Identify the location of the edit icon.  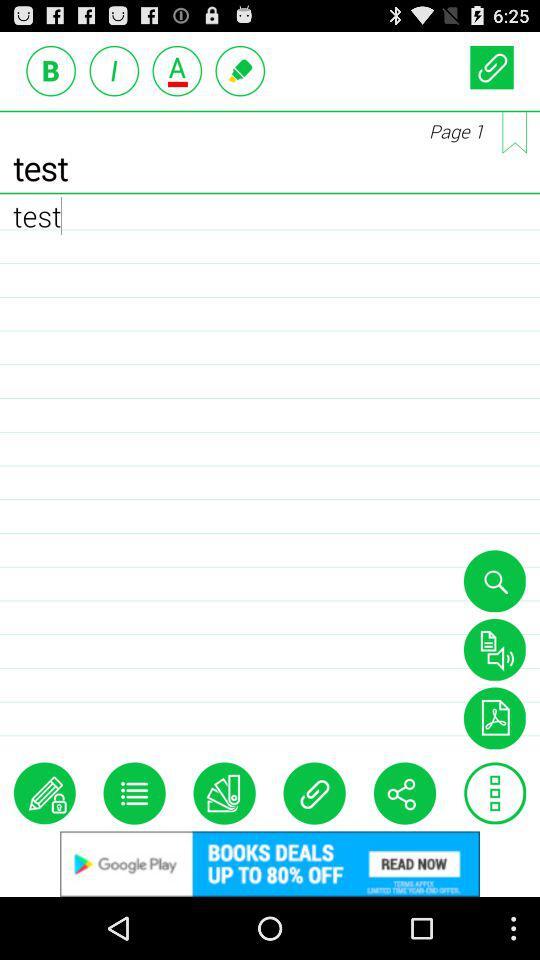
(44, 848).